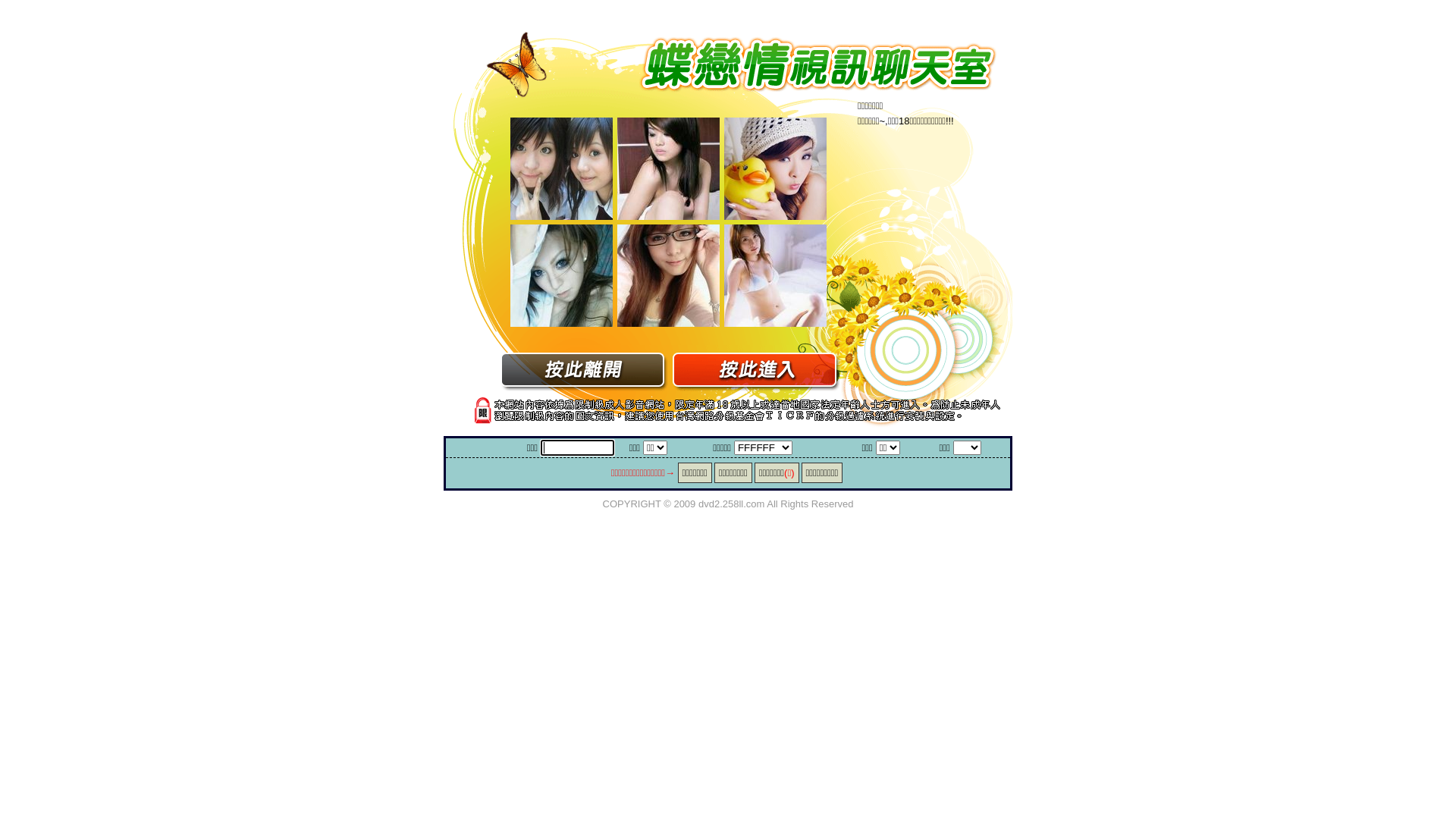 The width and height of the screenshot is (1456, 819). I want to click on 'dvd2.258ll.com', so click(731, 503).